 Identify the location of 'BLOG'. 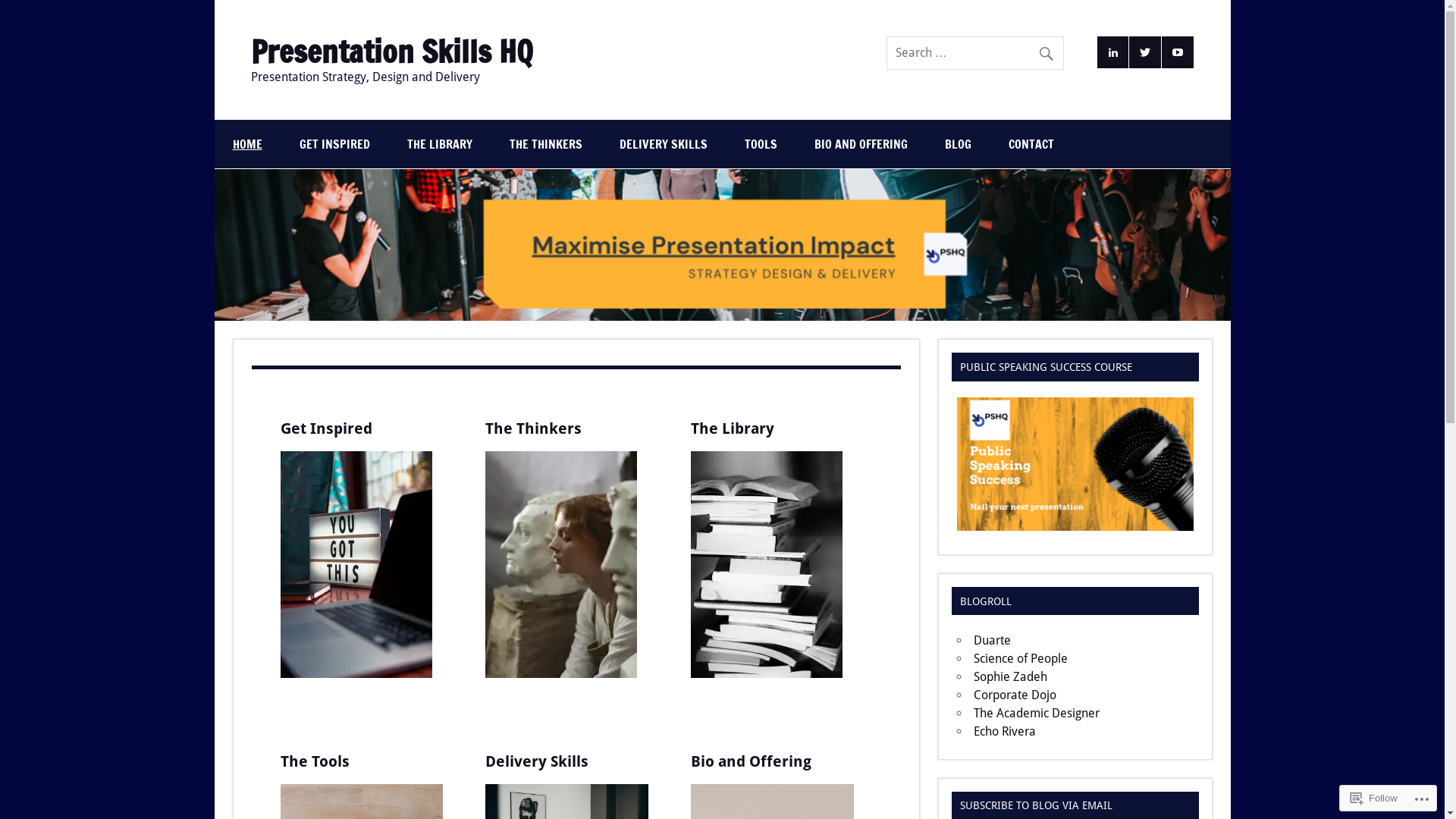
(957, 143).